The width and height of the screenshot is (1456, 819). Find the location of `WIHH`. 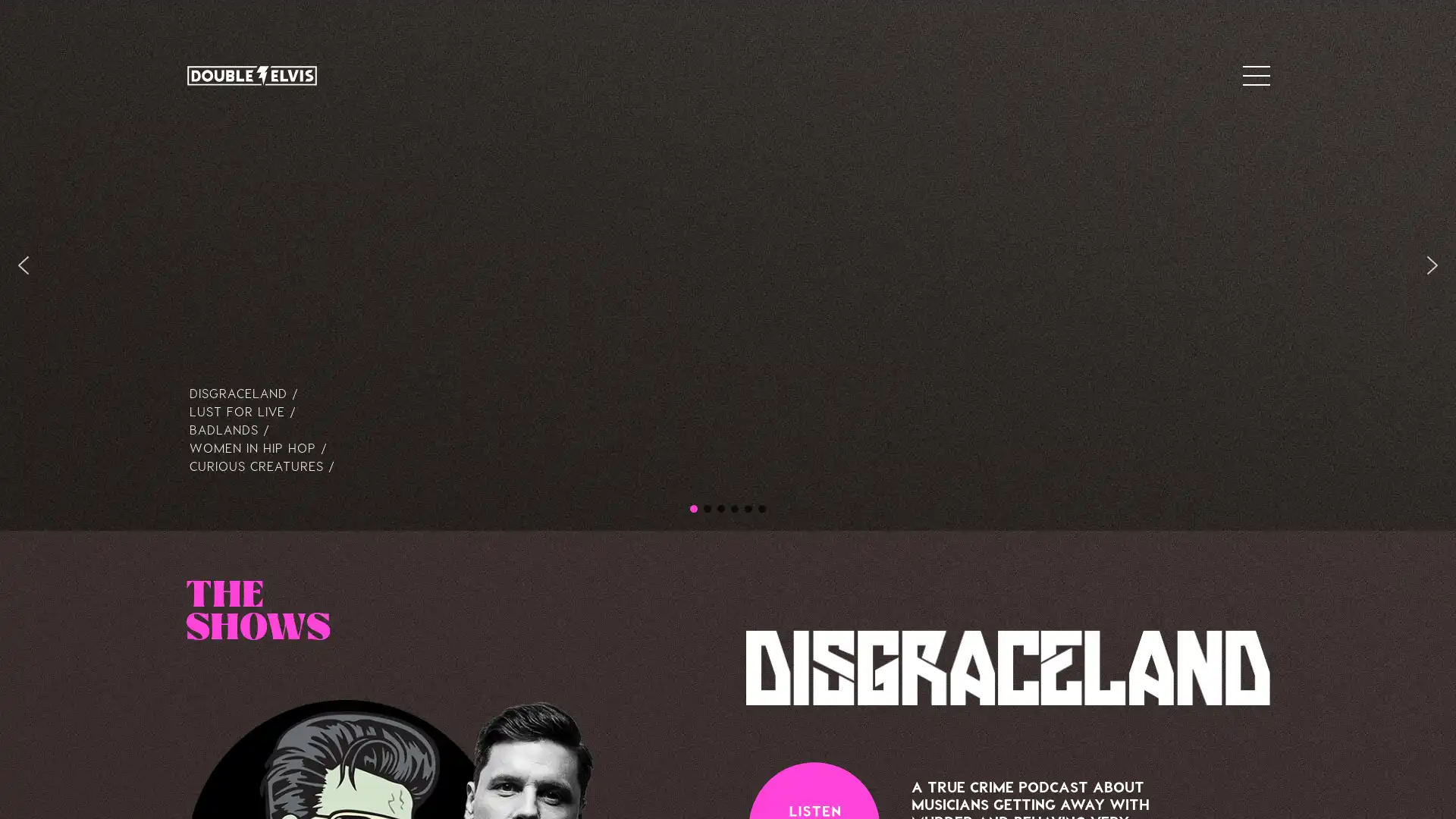

WIHH is located at coordinates (748, 509).